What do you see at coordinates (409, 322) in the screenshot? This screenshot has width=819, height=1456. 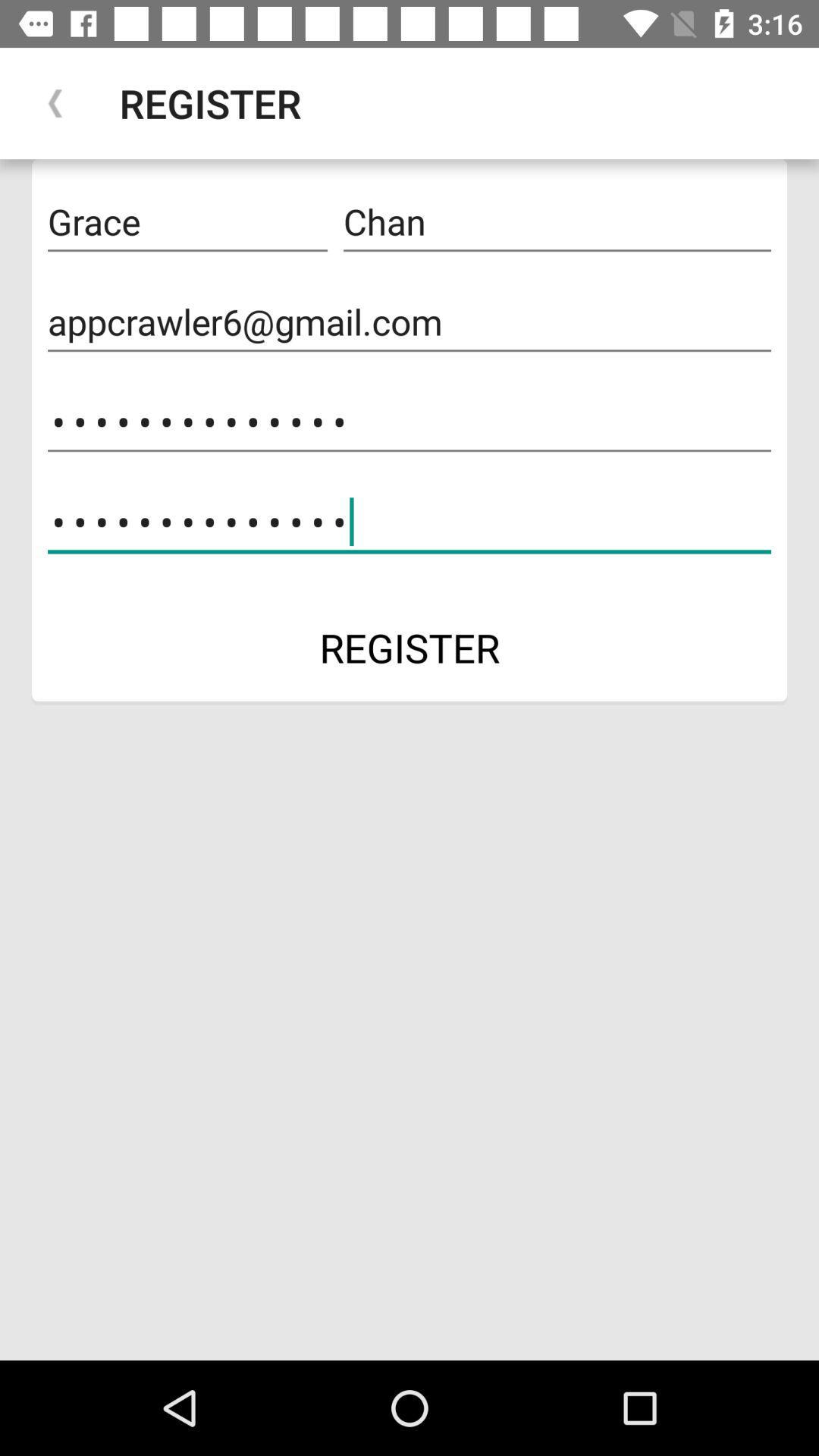 I see `the appcrawler6@gmail.com` at bounding box center [409, 322].